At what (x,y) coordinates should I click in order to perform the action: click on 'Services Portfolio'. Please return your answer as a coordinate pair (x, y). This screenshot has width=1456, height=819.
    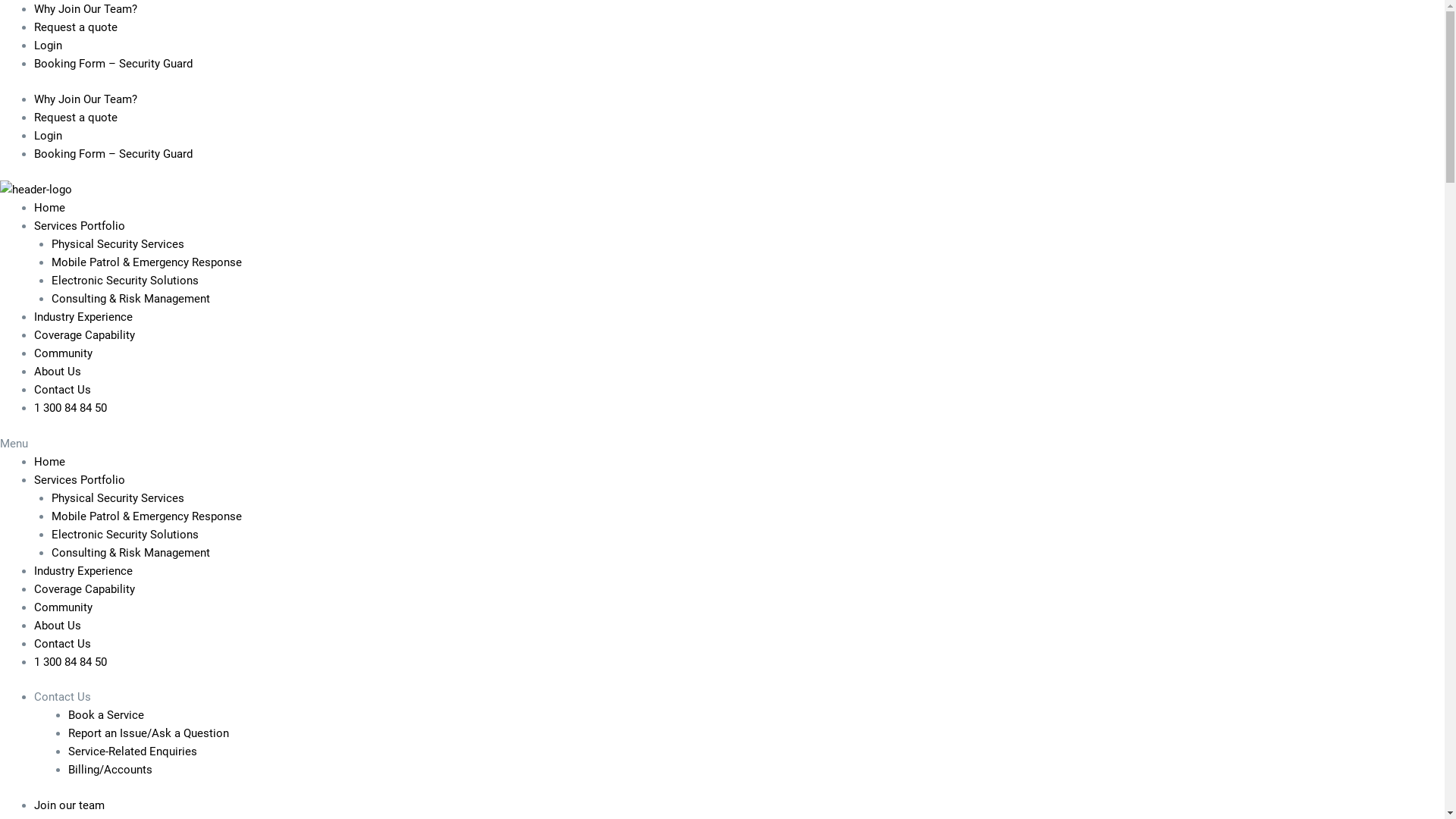
    Looking at the image, I should click on (79, 479).